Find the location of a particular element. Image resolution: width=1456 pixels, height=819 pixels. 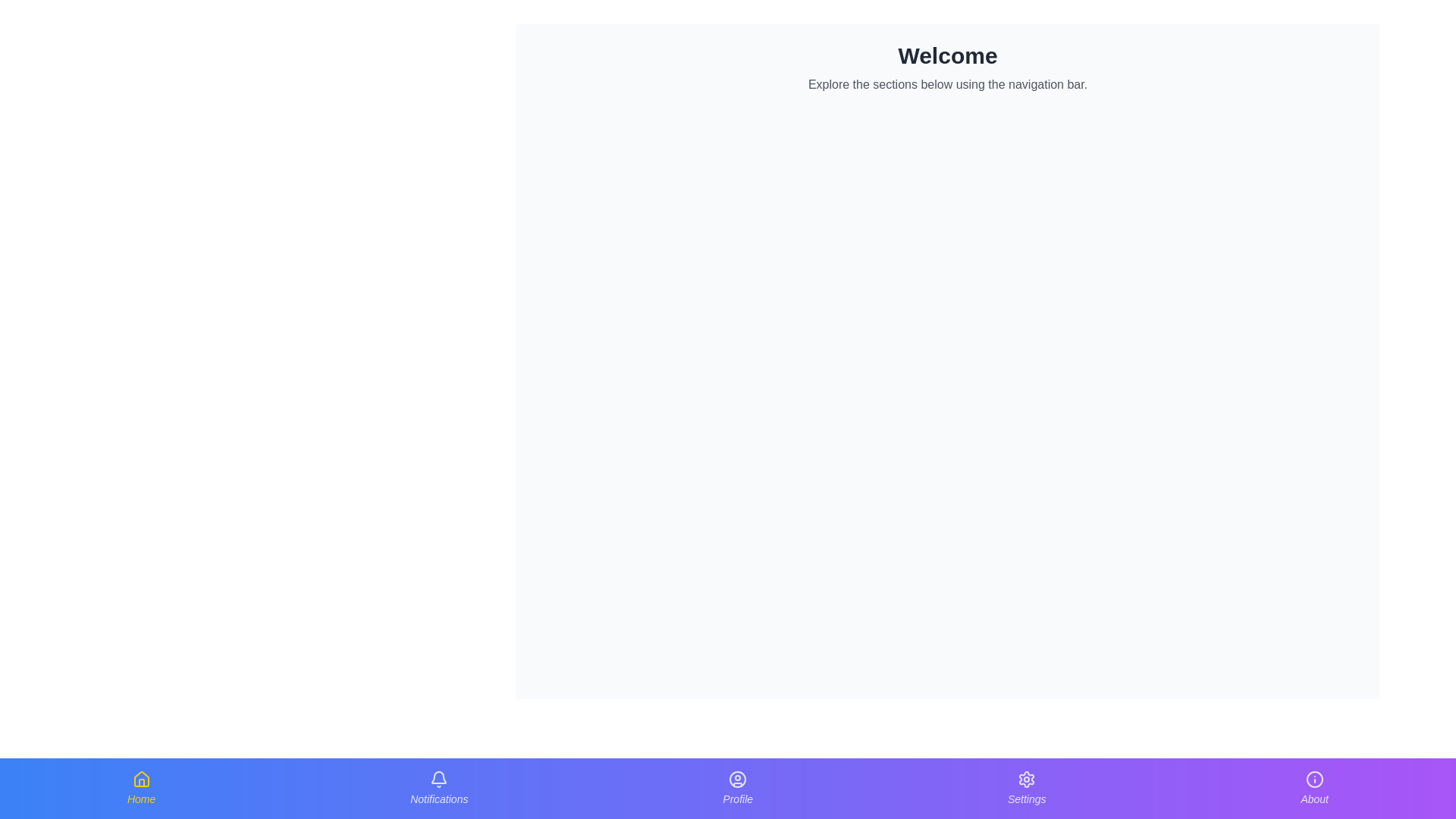

the 'Profile' text label located in the bottom navigation bar, which is the fourth item from the left and is styled in a small font size is located at coordinates (738, 798).